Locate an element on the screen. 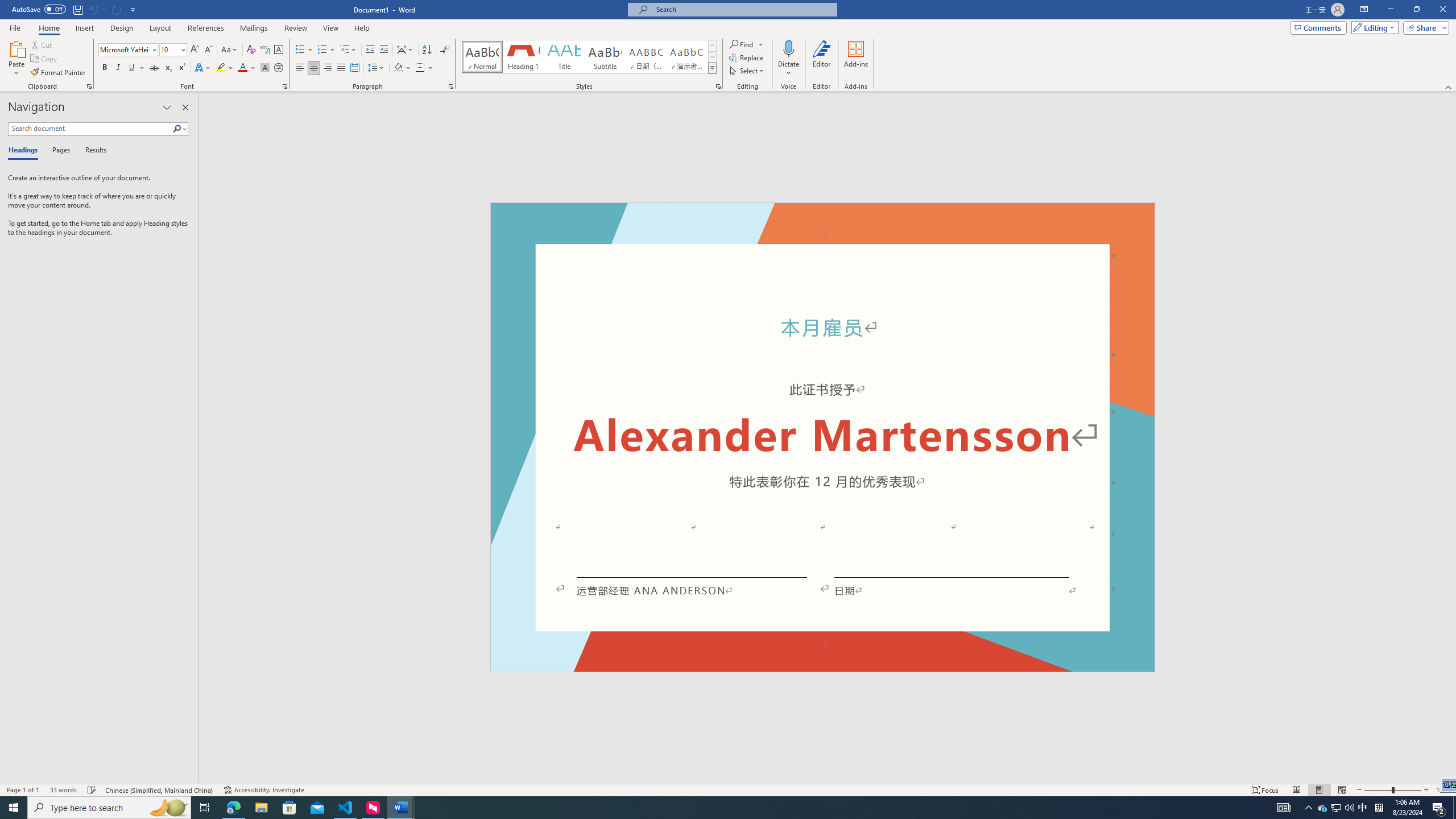 The image size is (1456, 819). 'Text Effects and Typography' is located at coordinates (201, 67).